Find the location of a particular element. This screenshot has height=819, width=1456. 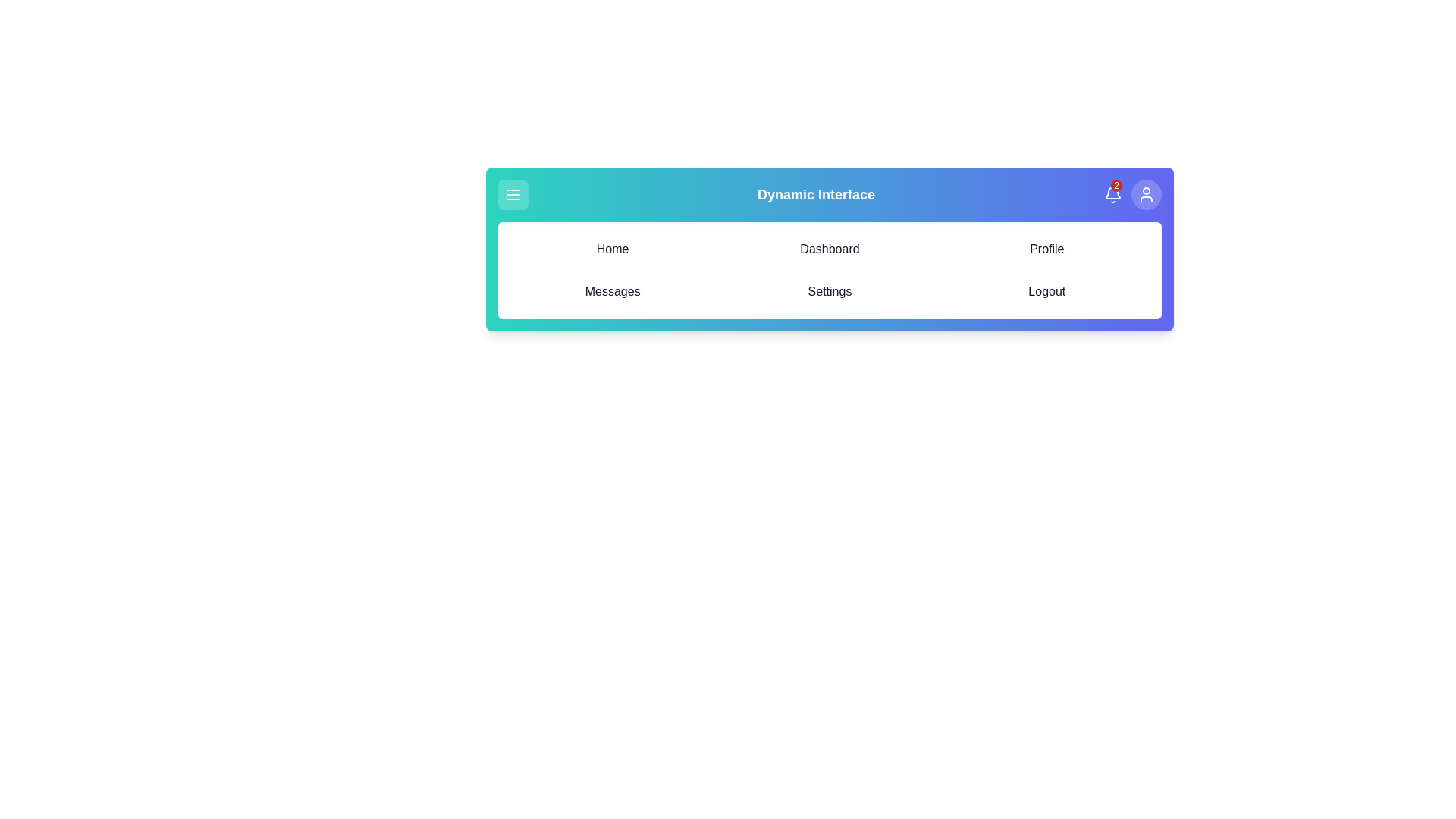

the navigation item Settings from the menu is located at coordinates (829, 292).